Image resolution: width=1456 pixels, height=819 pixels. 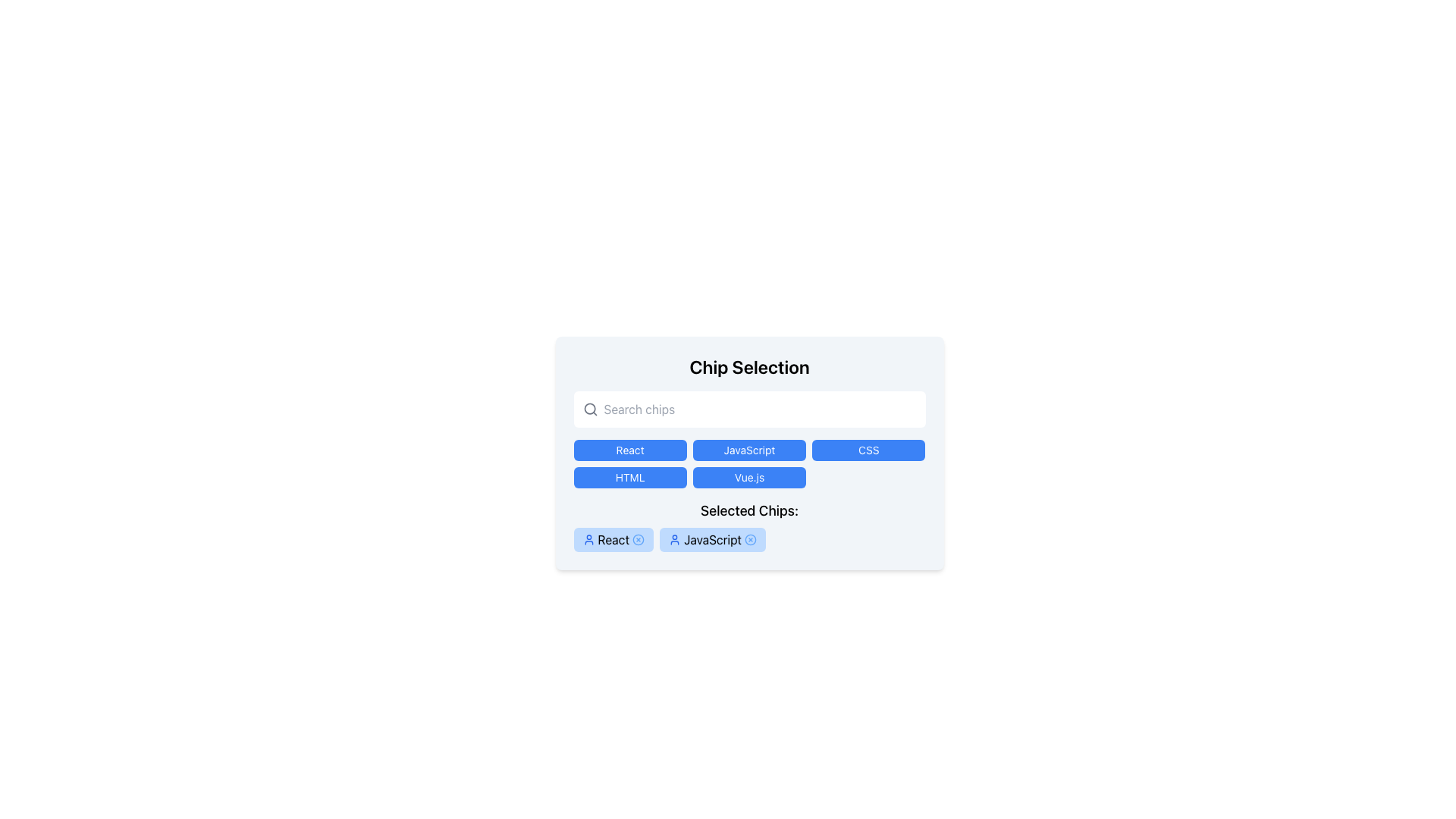 I want to click on the blue button labeled 'Vue.js', so click(x=749, y=476).